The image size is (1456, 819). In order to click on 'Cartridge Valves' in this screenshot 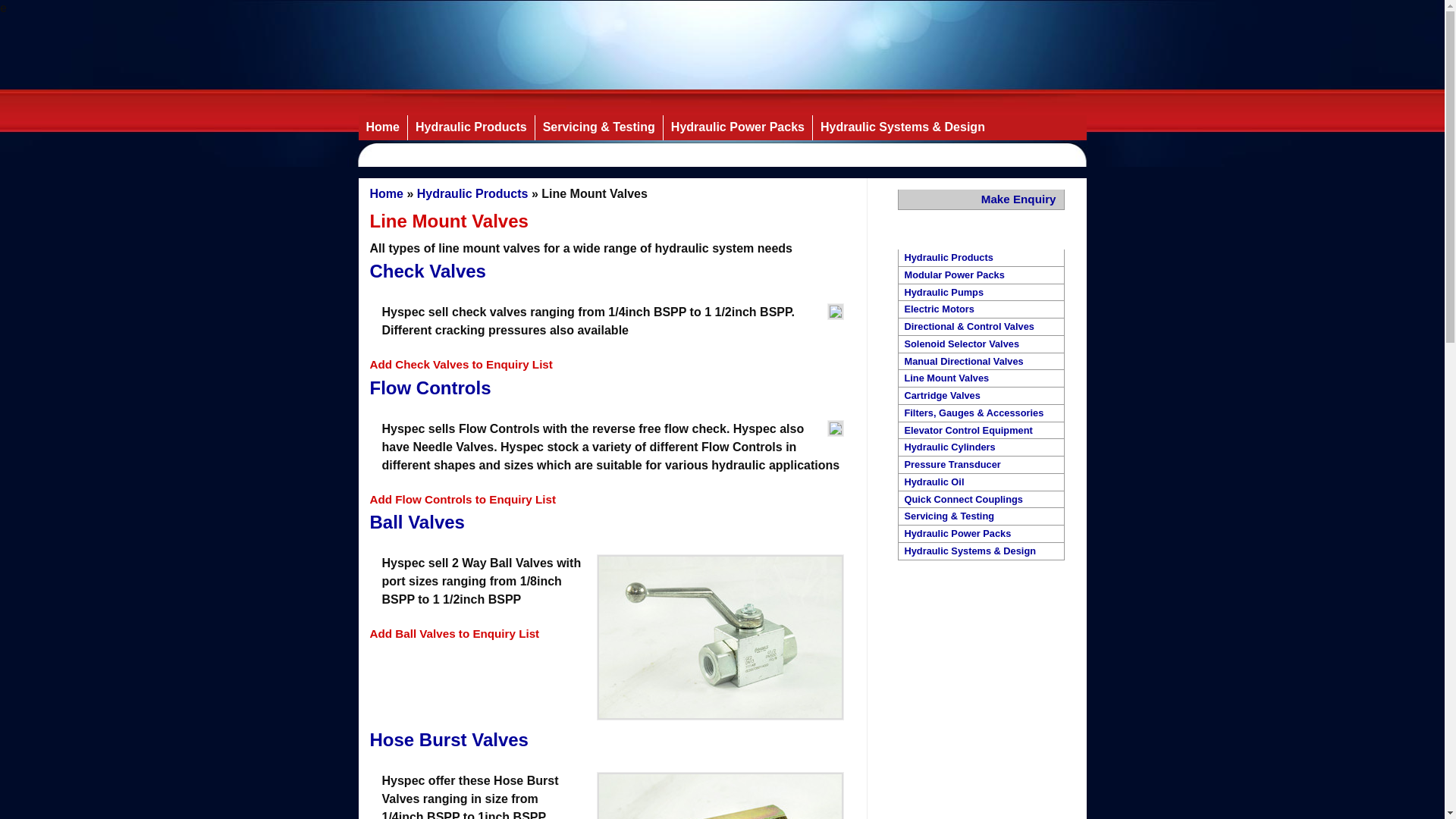, I will do `click(980, 395)`.